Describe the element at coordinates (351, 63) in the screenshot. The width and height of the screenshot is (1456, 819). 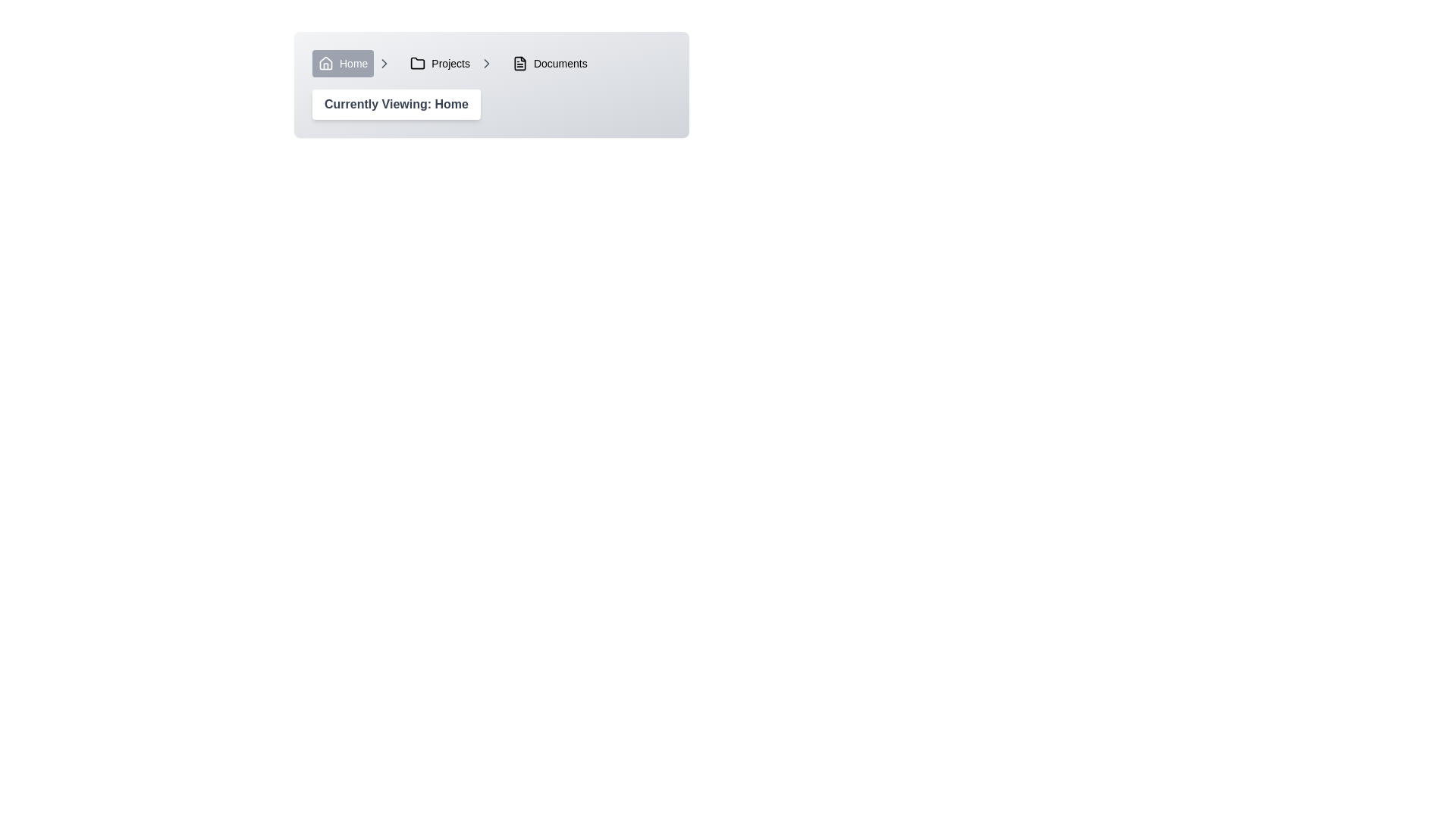
I see `the 'Home' Link button in the breadcrumb navigation, which has a gray background, white text, and a house-shaped icon` at that location.